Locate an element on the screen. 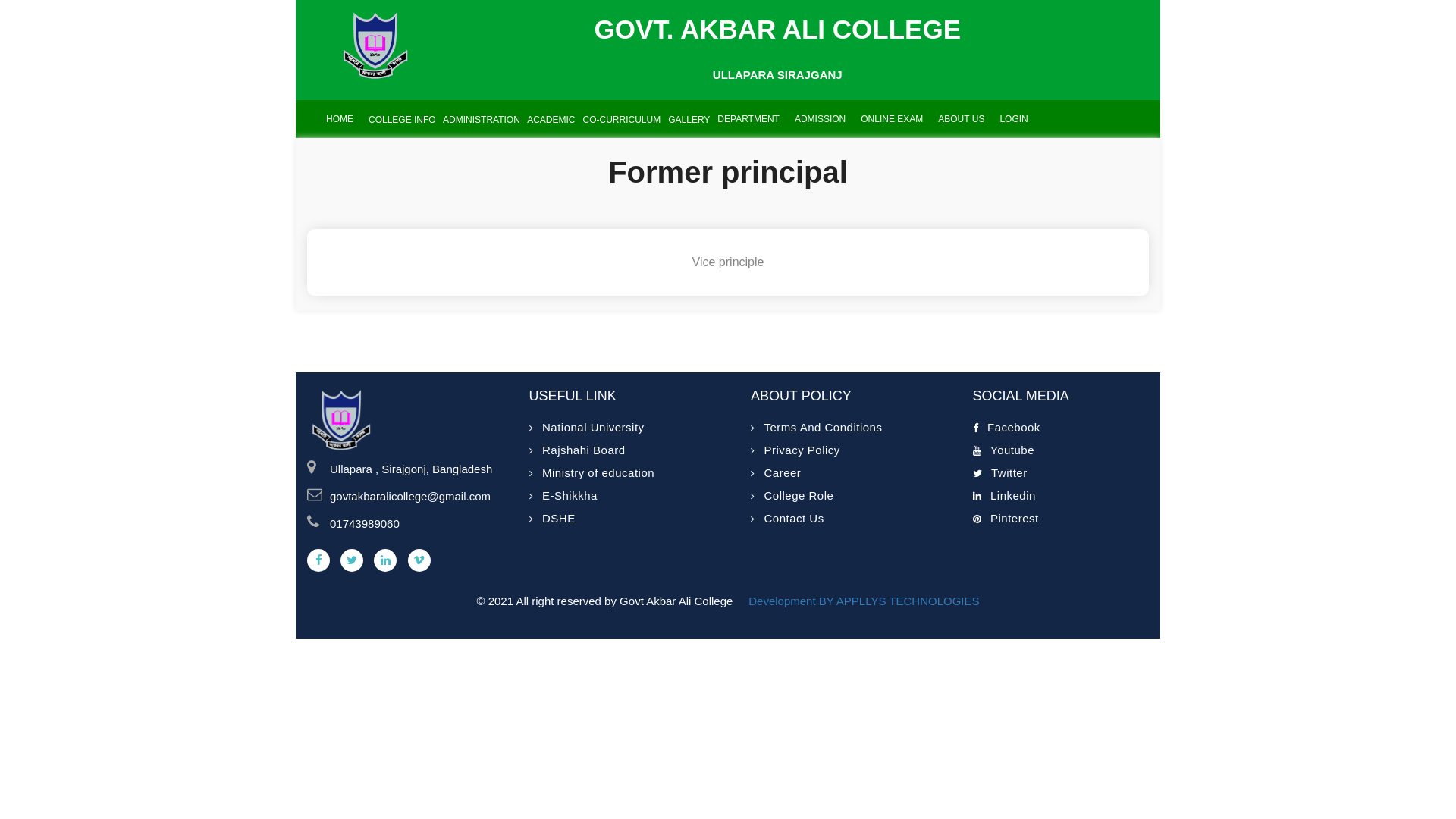  '   ADMINISTRATION' is located at coordinates (477, 118).